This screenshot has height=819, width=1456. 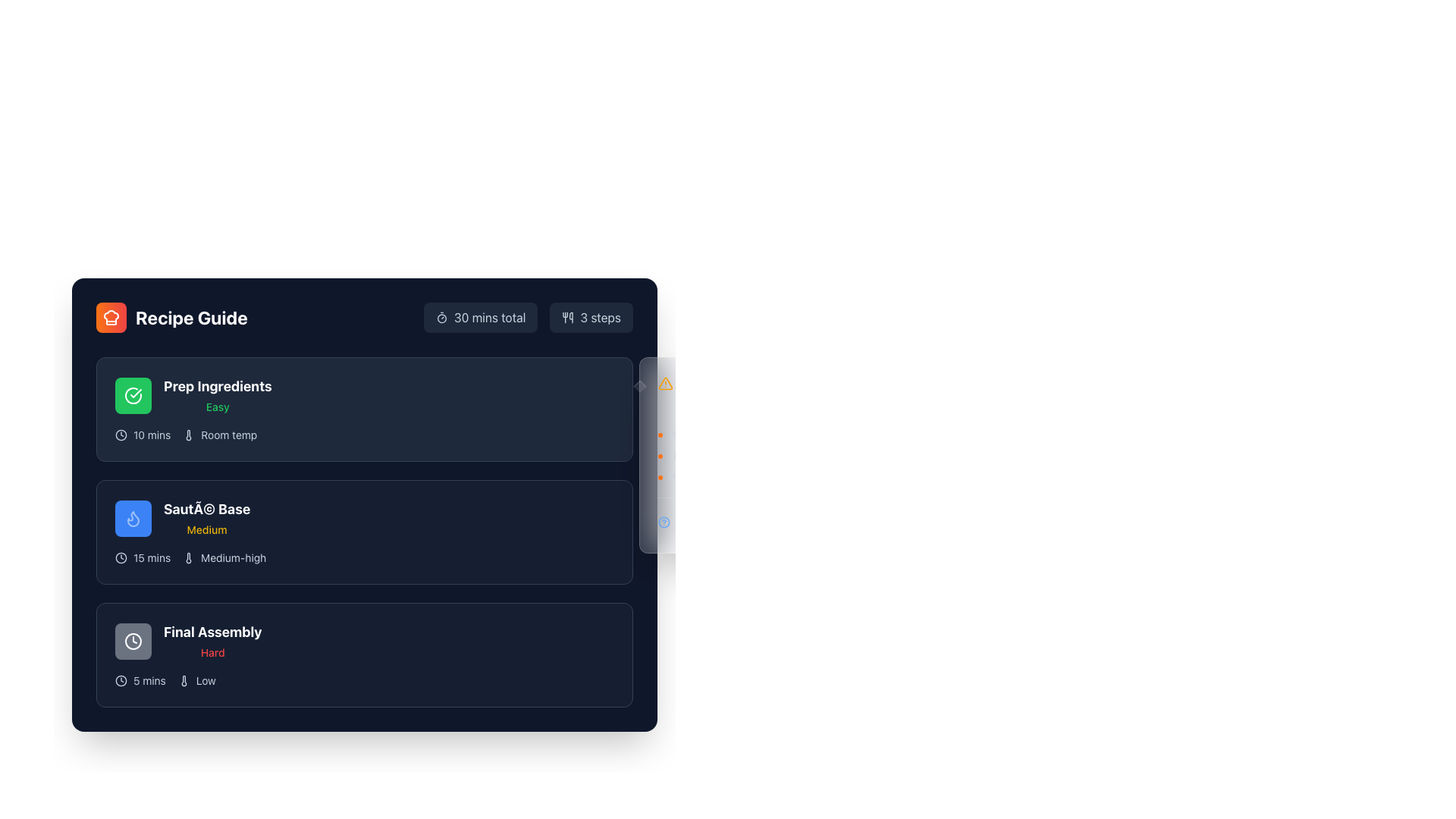 What do you see at coordinates (111, 317) in the screenshot?
I see `the chef's hat icon located in the top-left corner of the interface, adjacent to the 'Recipe Guide' label` at bounding box center [111, 317].